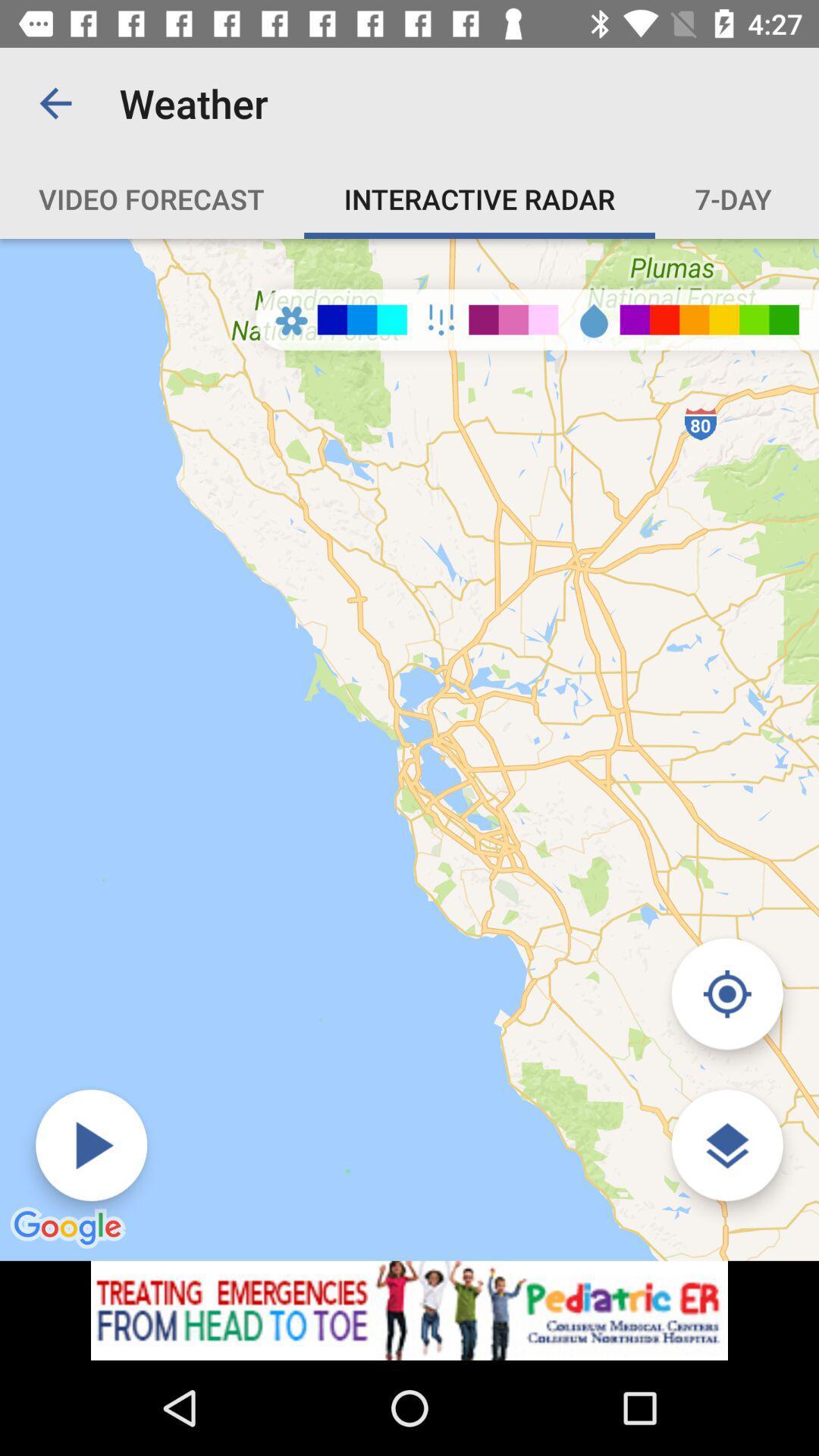 The image size is (819, 1456). Describe the element at coordinates (91, 1145) in the screenshot. I see `click arrow to start interactive map` at that location.